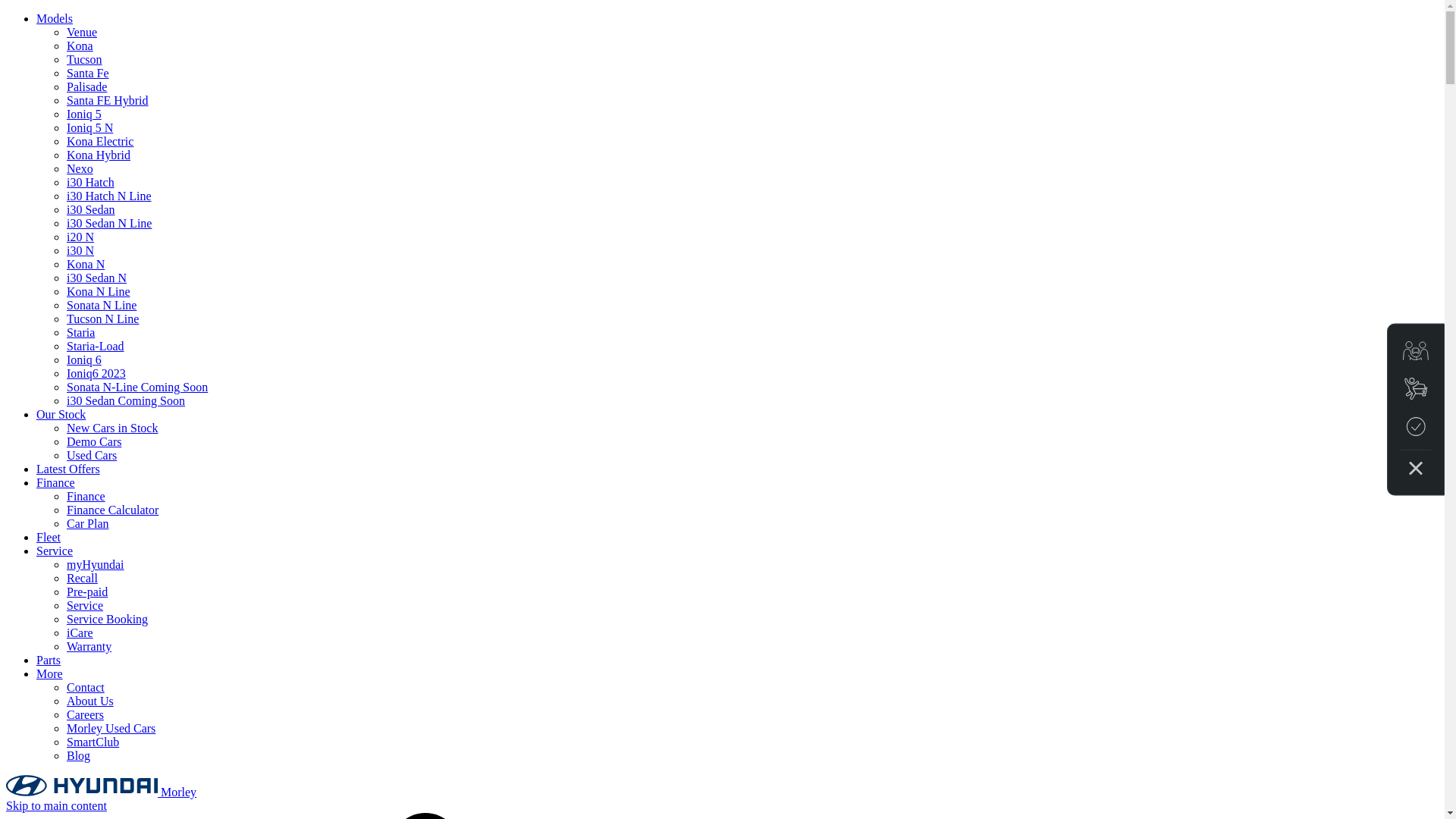 Image resolution: width=1456 pixels, height=819 pixels. What do you see at coordinates (99, 141) in the screenshot?
I see `'Kona Electric'` at bounding box center [99, 141].